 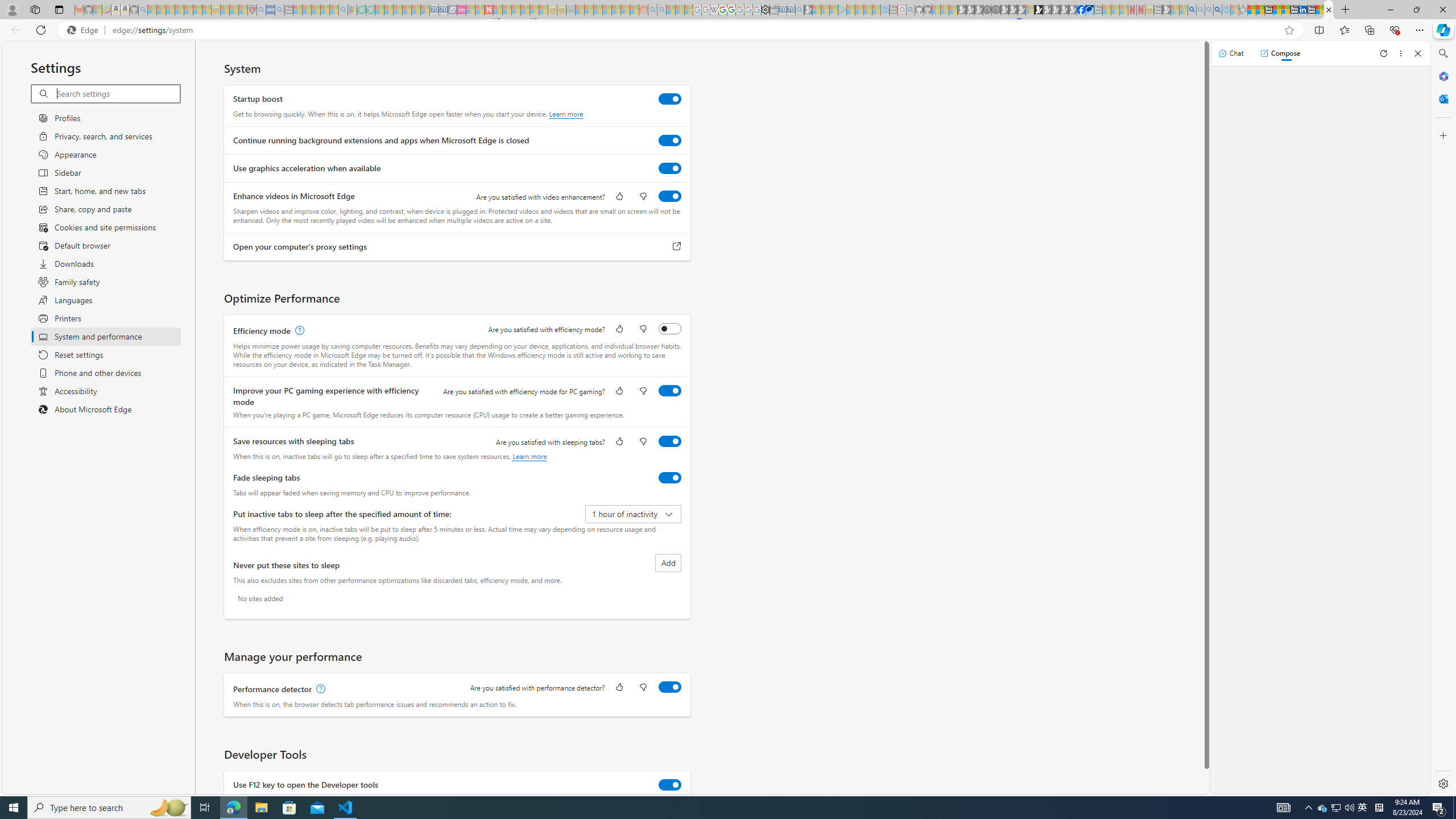 I want to click on 'Edge', so click(x=84, y=30).